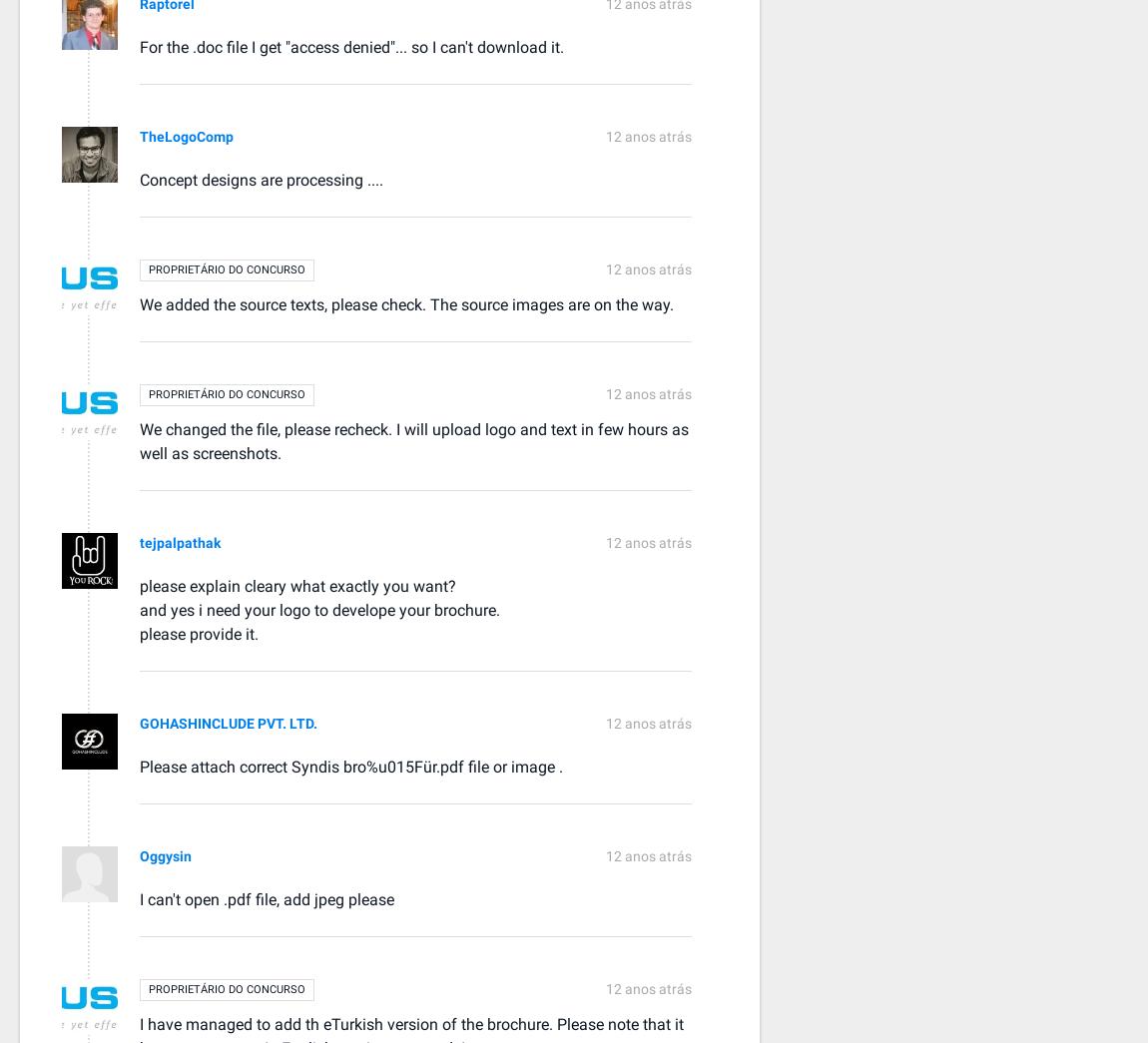  I want to click on 'TheLogoComp', so click(185, 134).